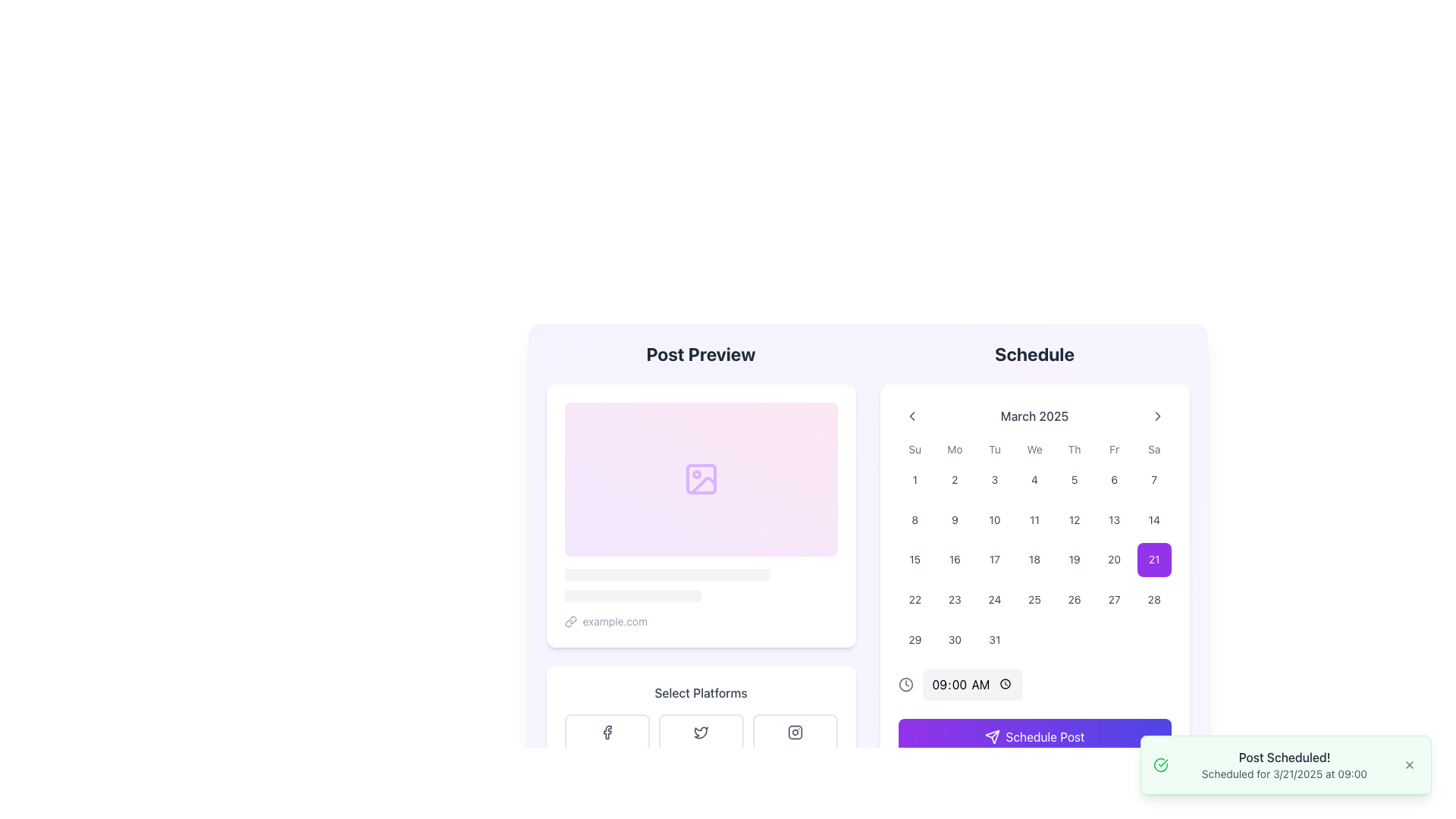  I want to click on the Progress or Status Indicator Bar element, which is a gray bar with rounded corners located below the 'Post Preview' section and beneath a longer bar, so click(632, 595).